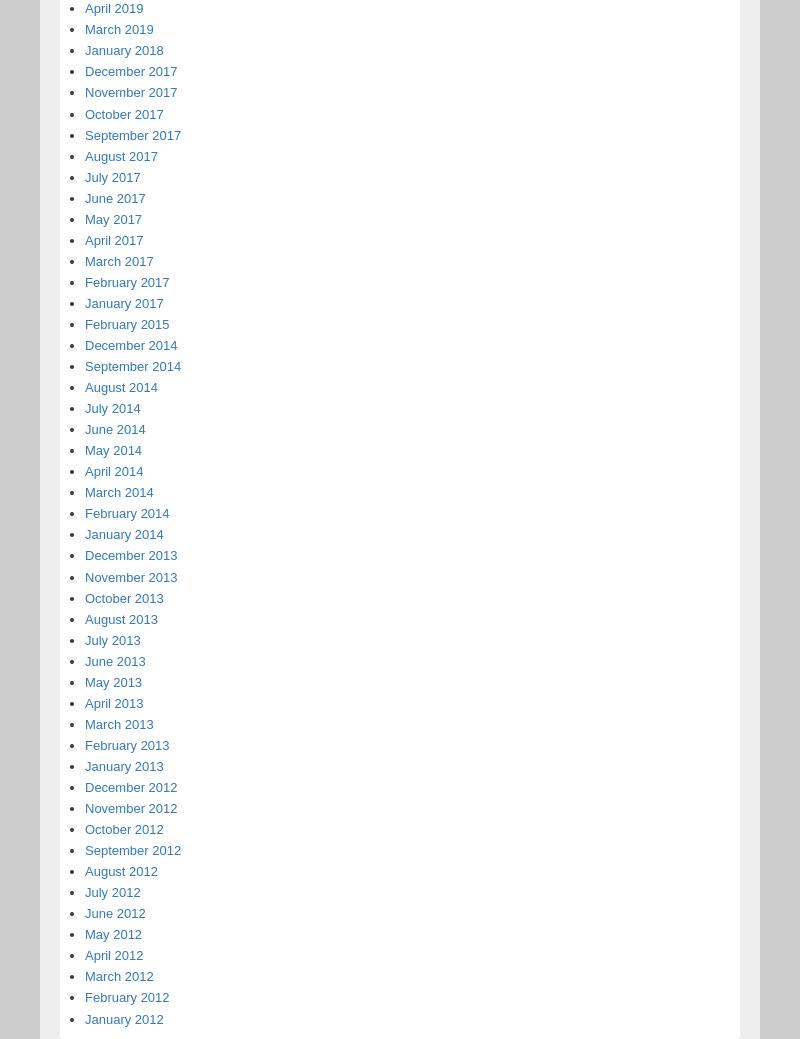 This screenshot has height=1039, width=800. Describe the element at coordinates (84, 386) in the screenshot. I see `'August 2014'` at that location.